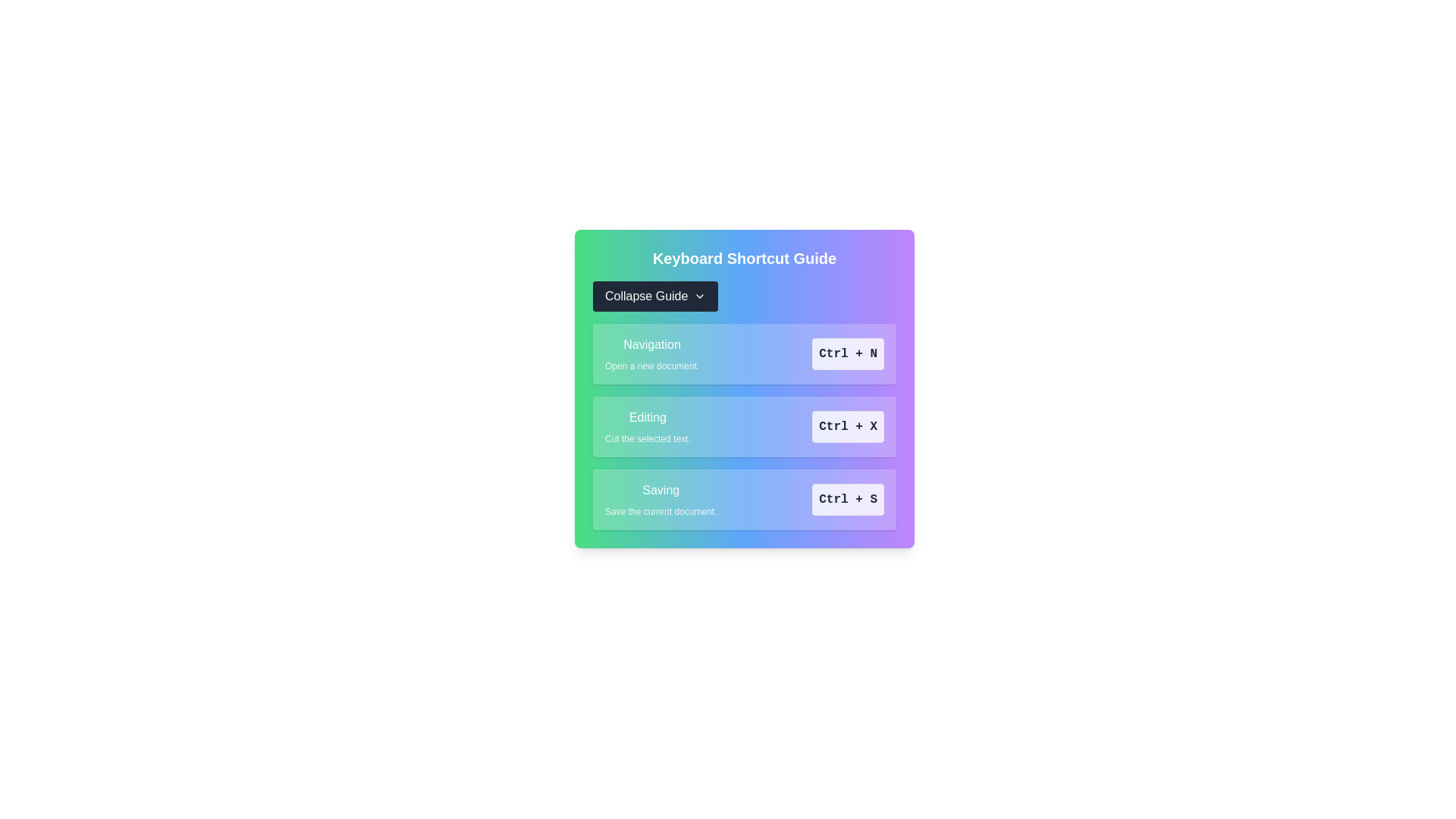 This screenshot has width=1456, height=819. Describe the element at coordinates (648, 418) in the screenshot. I see `the Static Text Label displaying 'Editing', which is styled with a medium-sized white font and is part of a grouped component in the middle section of the interface` at that location.